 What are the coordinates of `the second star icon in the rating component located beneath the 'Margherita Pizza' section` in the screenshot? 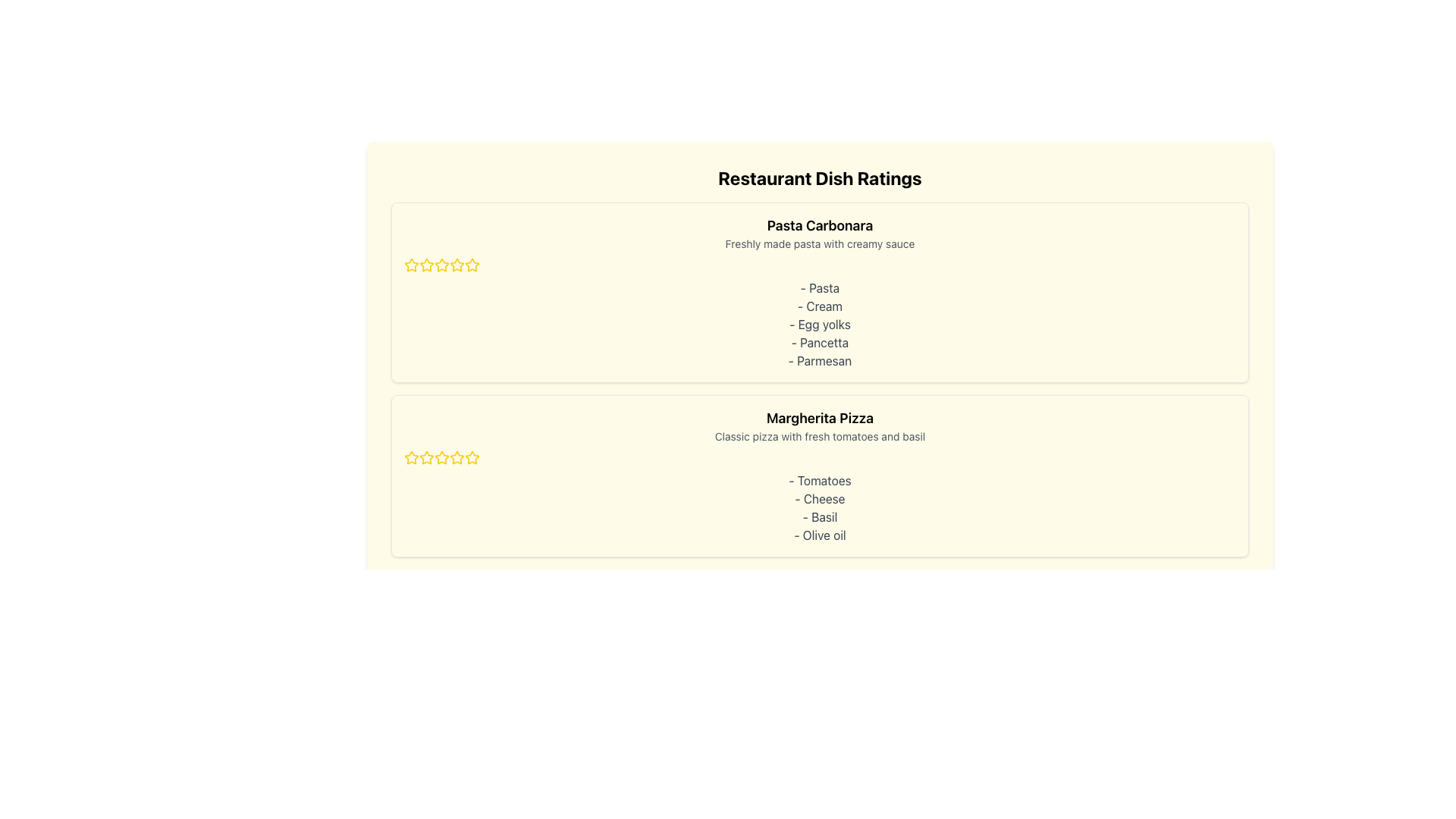 It's located at (457, 457).